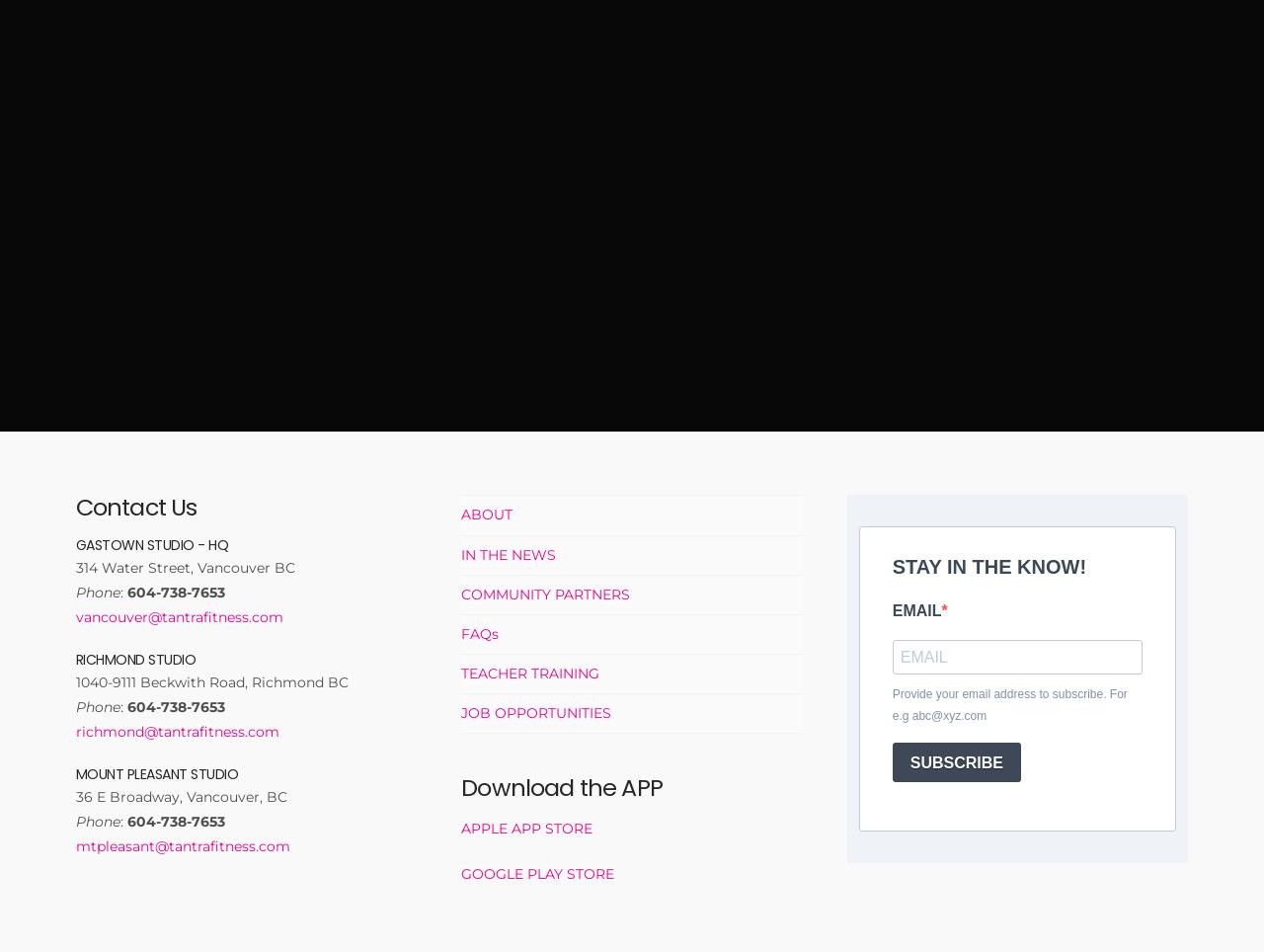 This screenshot has height=952, width=1264. I want to click on 'GOOGLE PLAY STORE', so click(459, 872).